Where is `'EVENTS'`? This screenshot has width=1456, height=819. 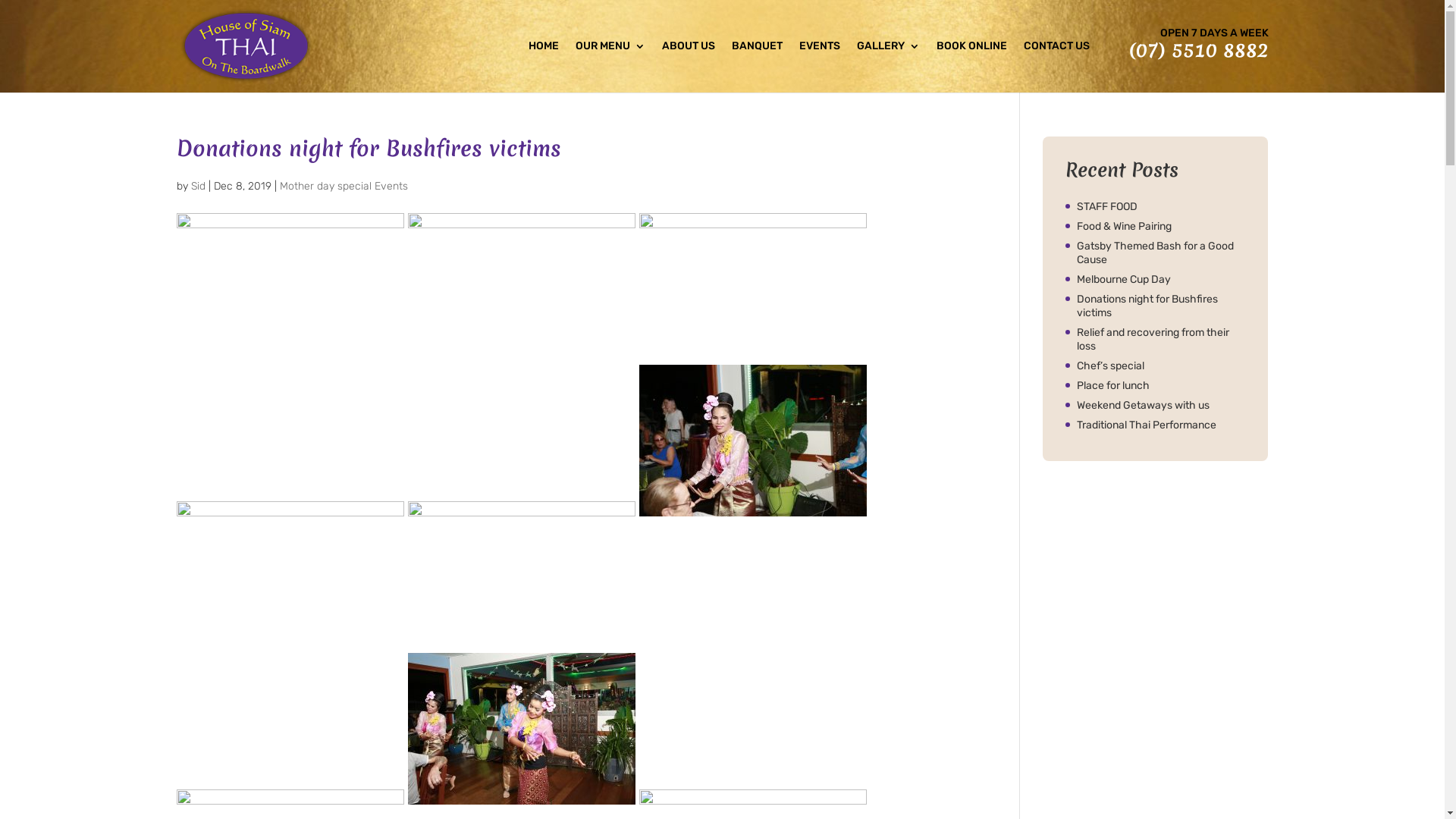
'EVENTS' is located at coordinates (818, 66).